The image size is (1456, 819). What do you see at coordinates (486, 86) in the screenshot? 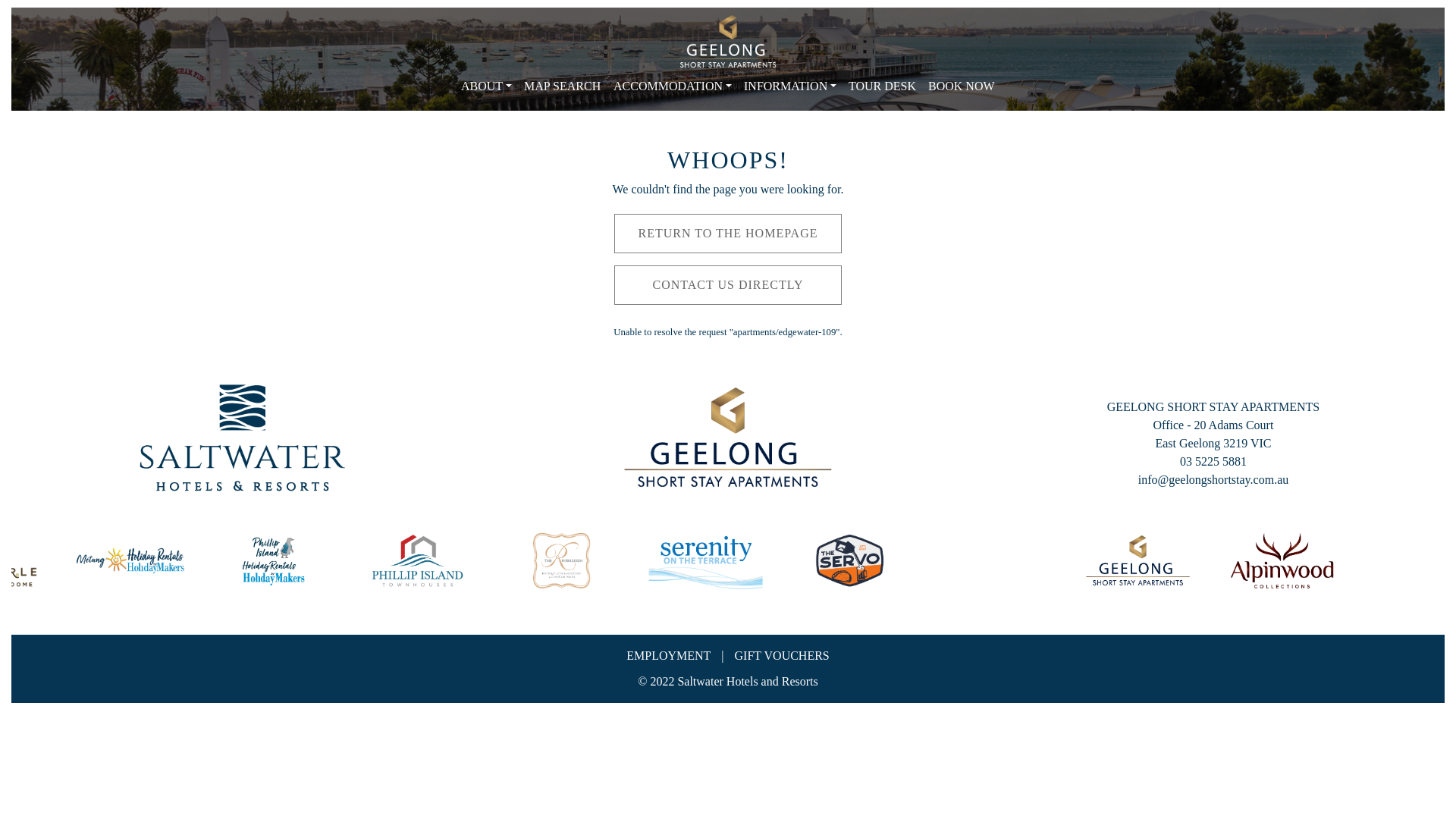
I see `'ABOUT'` at bounding box center [486, 86].